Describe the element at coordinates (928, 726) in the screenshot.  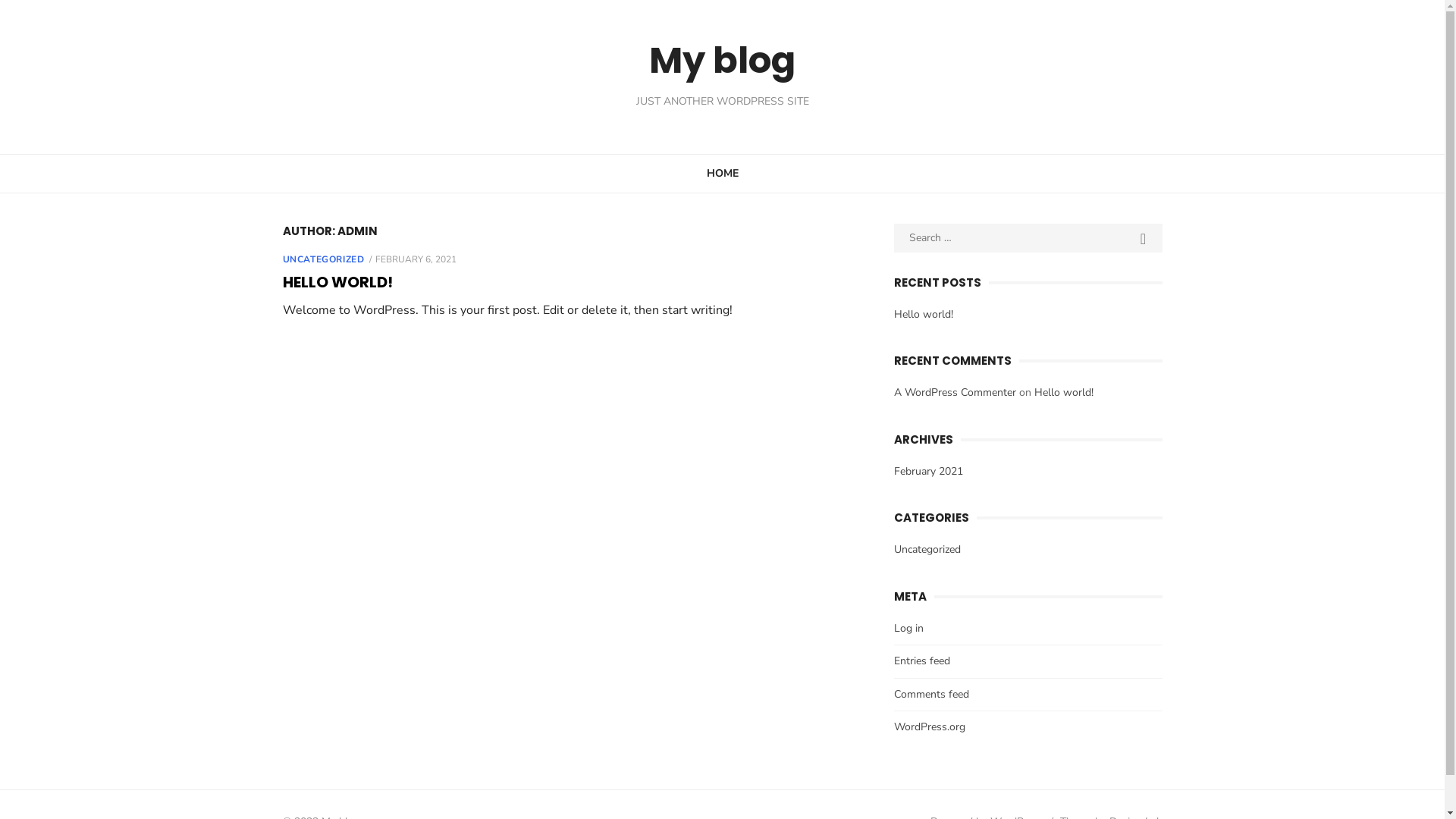
I see `'WordPress.org'` at that location.